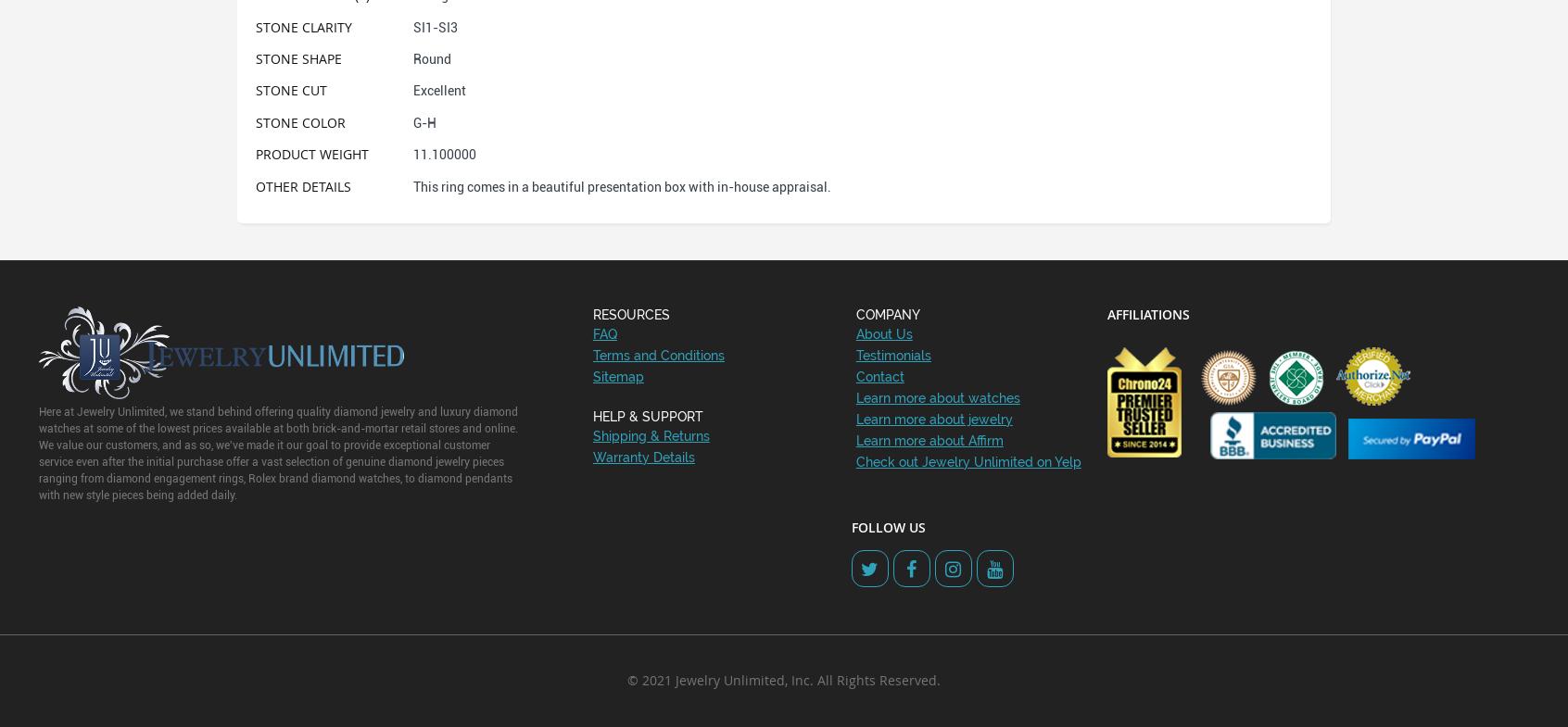 This screenshot has width=1568, height=727. I want to click on 'Check out Jewelry Unlimited on Yelp', so click(967, 461).